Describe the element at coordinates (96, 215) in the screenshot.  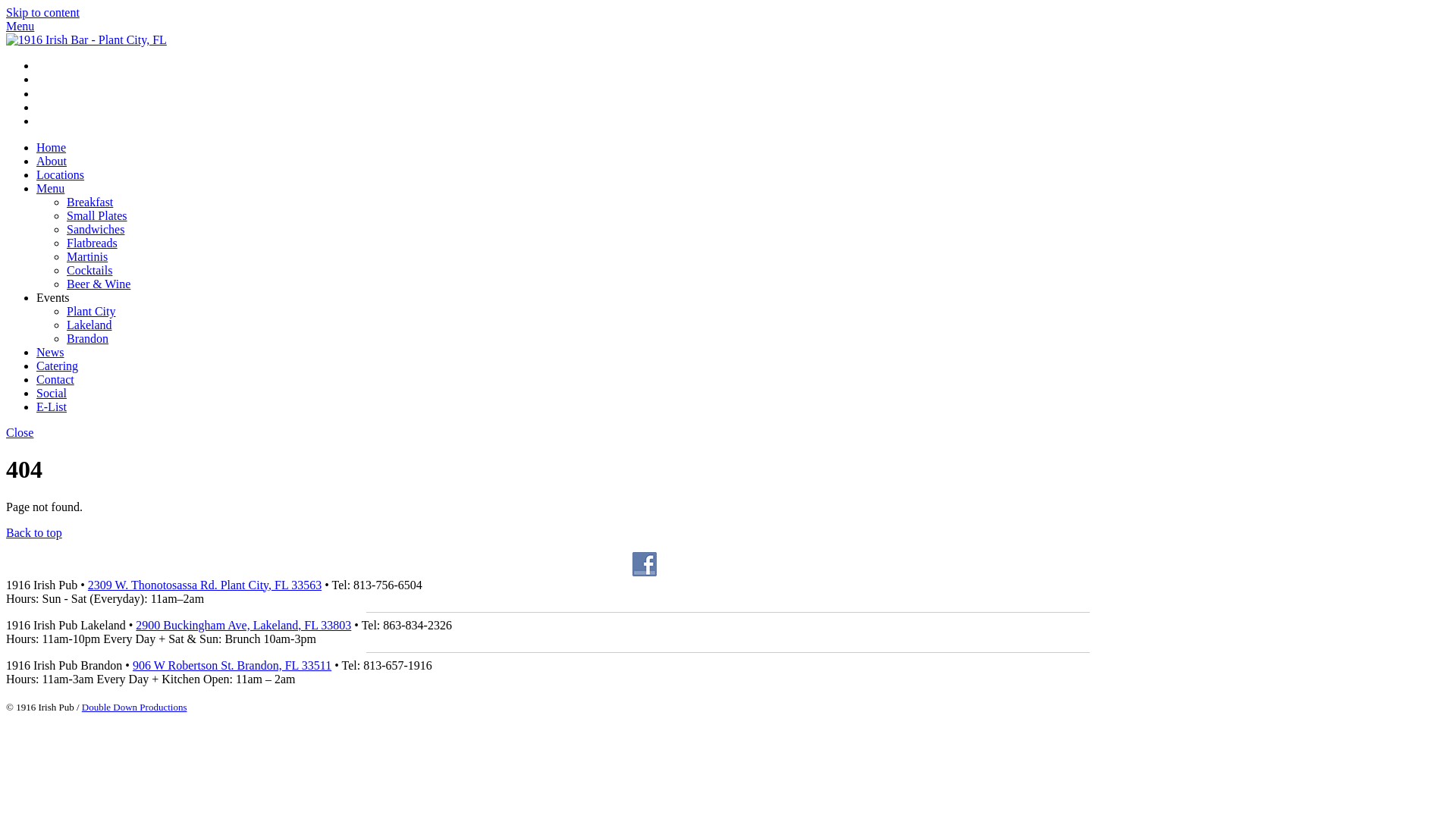
I see `'Small Plates'` at that location.